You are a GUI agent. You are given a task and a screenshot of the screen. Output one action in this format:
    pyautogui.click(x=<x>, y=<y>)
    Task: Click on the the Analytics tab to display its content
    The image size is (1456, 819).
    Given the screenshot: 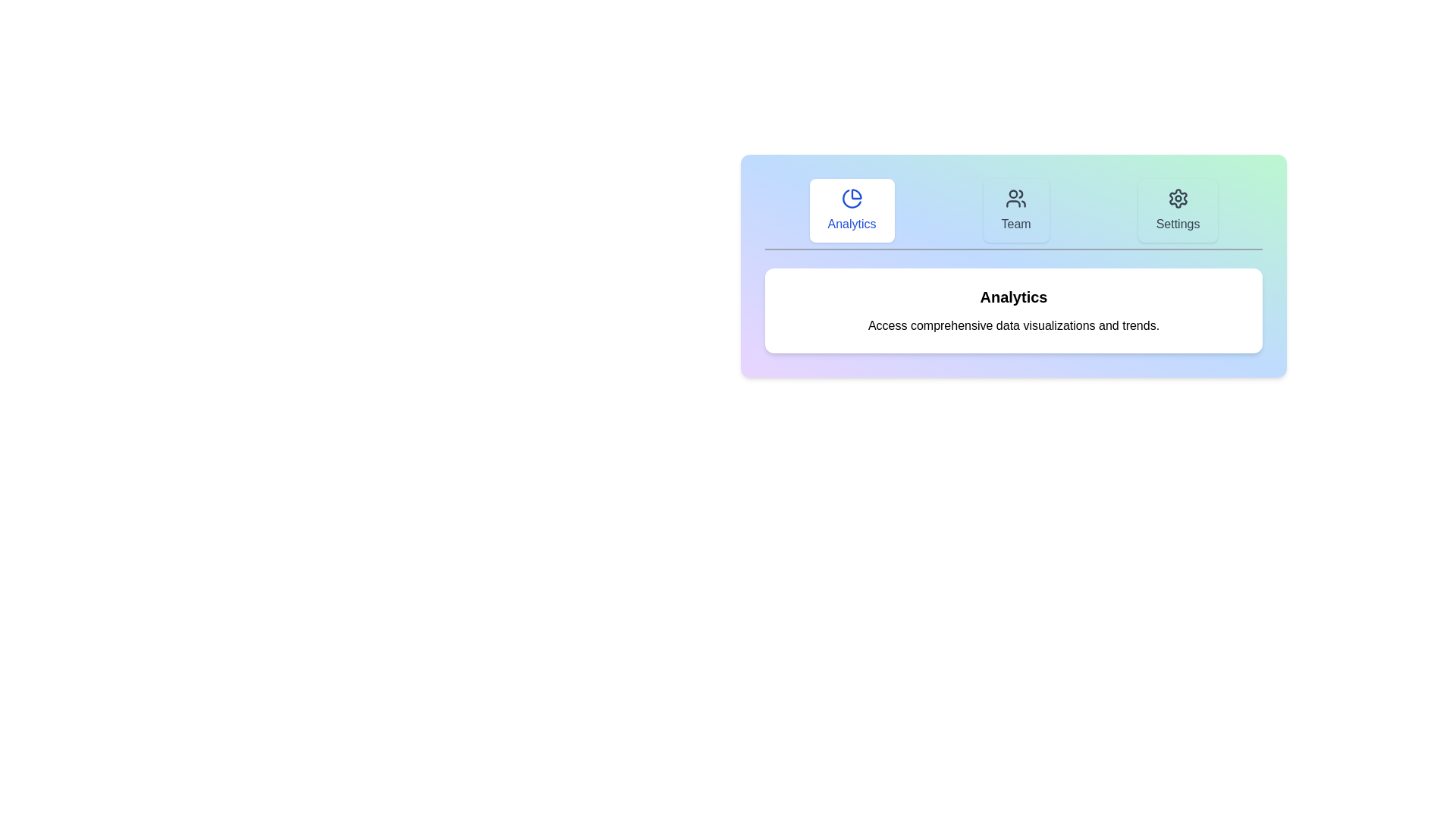 What is the action you would take?
    pyautogui.click(x=852, y=210)
    